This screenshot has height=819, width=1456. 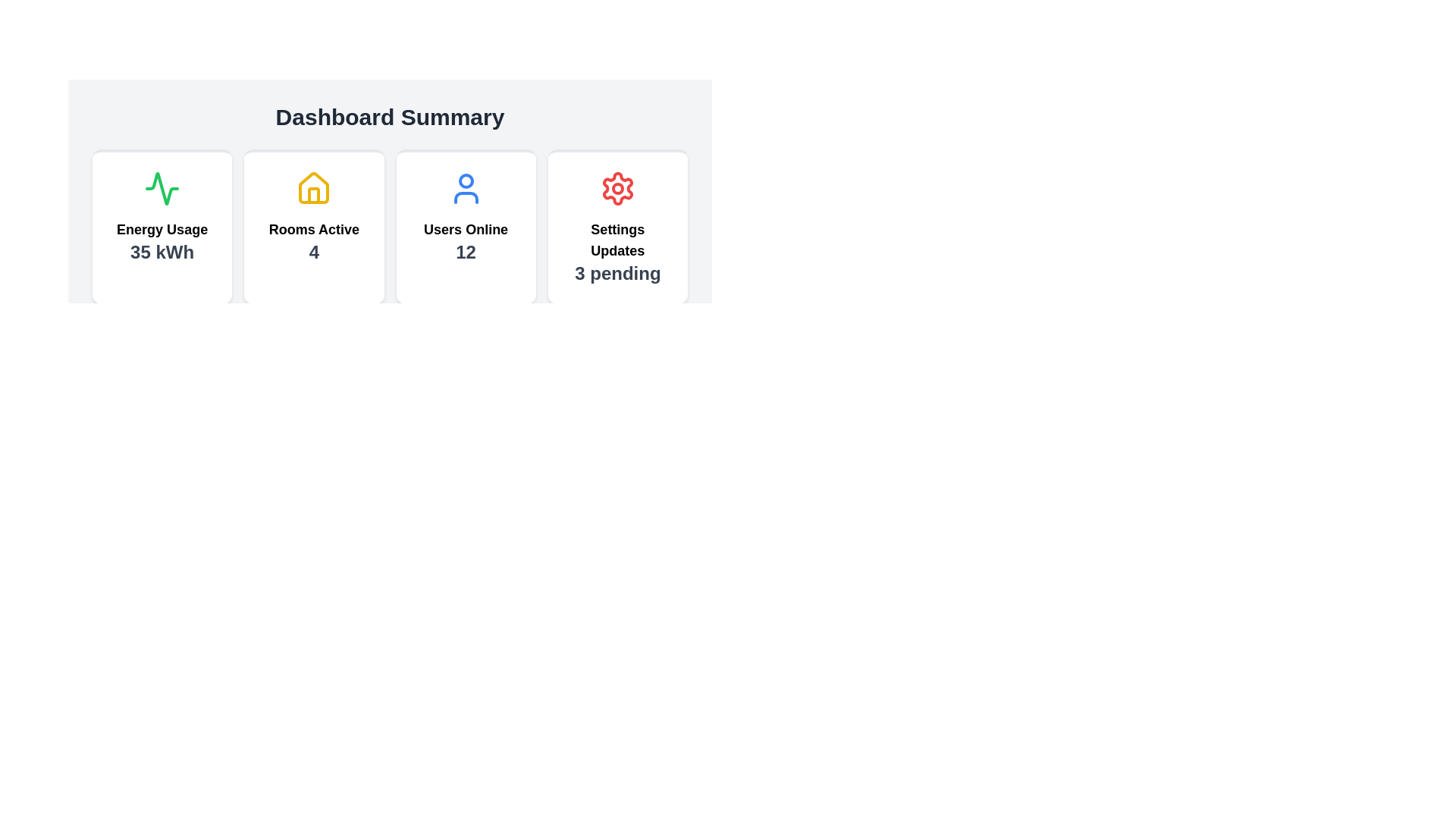 I want to click on the 'Users Online' text label, which is a bold font style element located in a summary card with a white background, positioned near the center of the UI, so click(x=465, y=230).